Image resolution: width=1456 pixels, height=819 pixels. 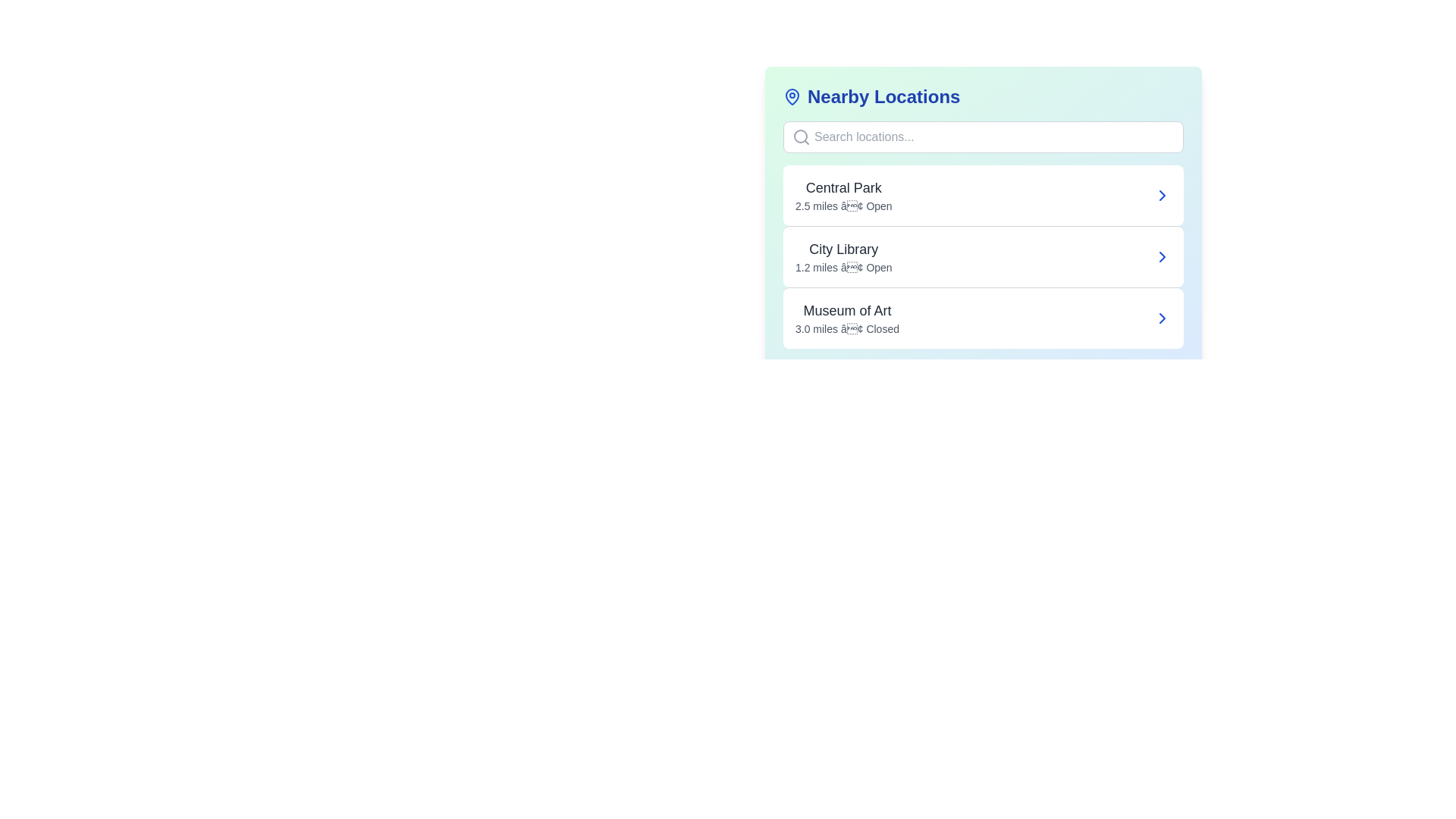 I want to click on the small right-facing arrow icon located in the right section of the first list item labeled 'Central Park', so click(x=1161, y=195).